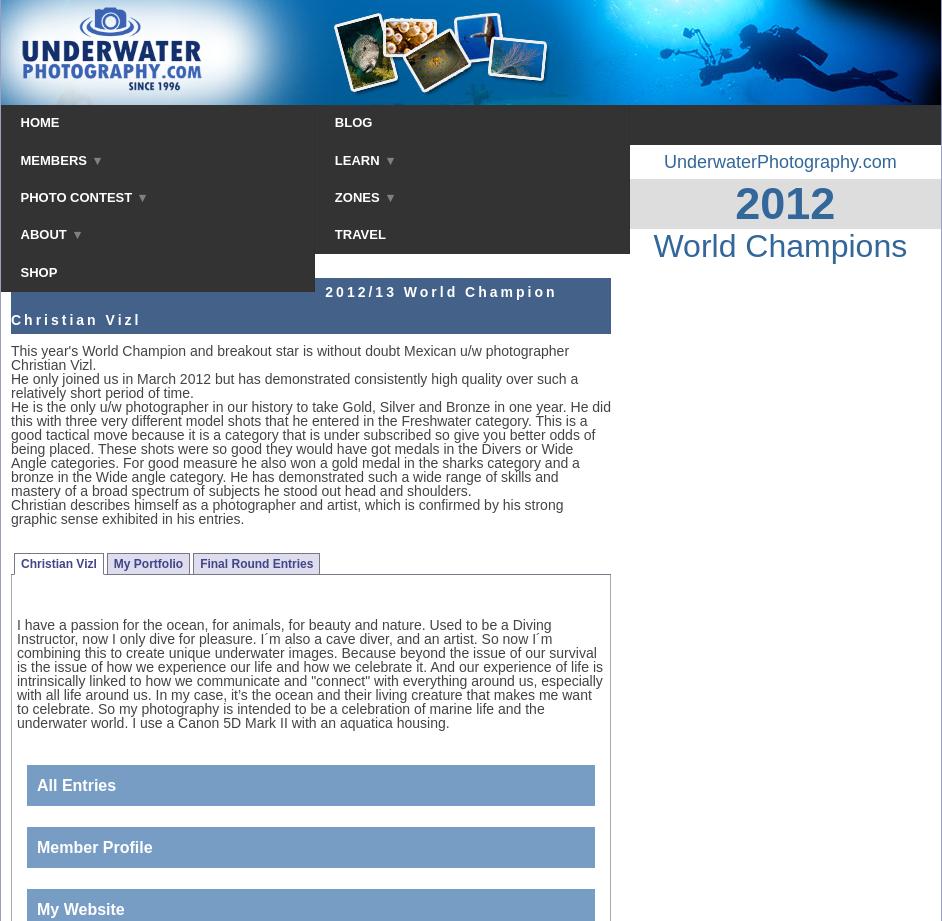 Image resolution: width=942 pixels, height=921 pixels. Describe the element at coordinates (146, 563) in the screenshot. I see `'My Portfolio'` at that location.